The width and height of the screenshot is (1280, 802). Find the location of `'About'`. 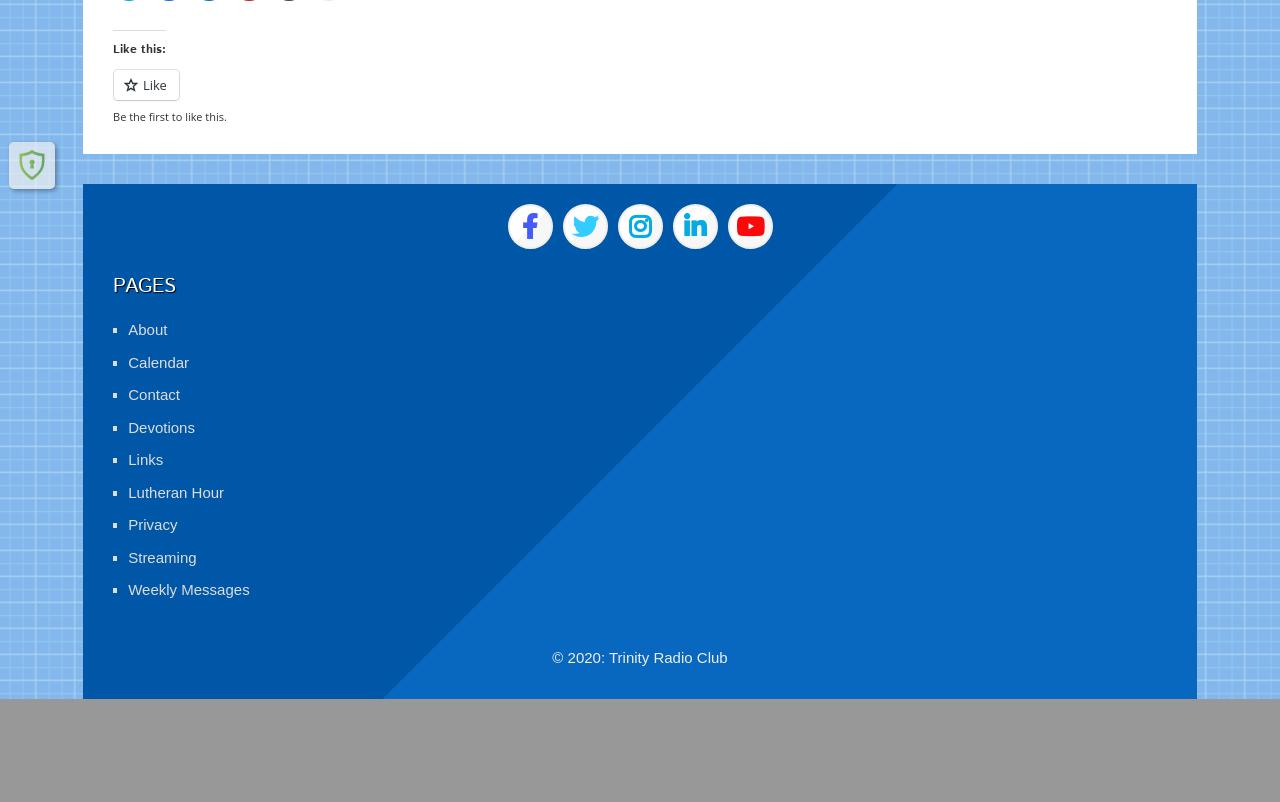

'About' is located at coordinates (146, 305).